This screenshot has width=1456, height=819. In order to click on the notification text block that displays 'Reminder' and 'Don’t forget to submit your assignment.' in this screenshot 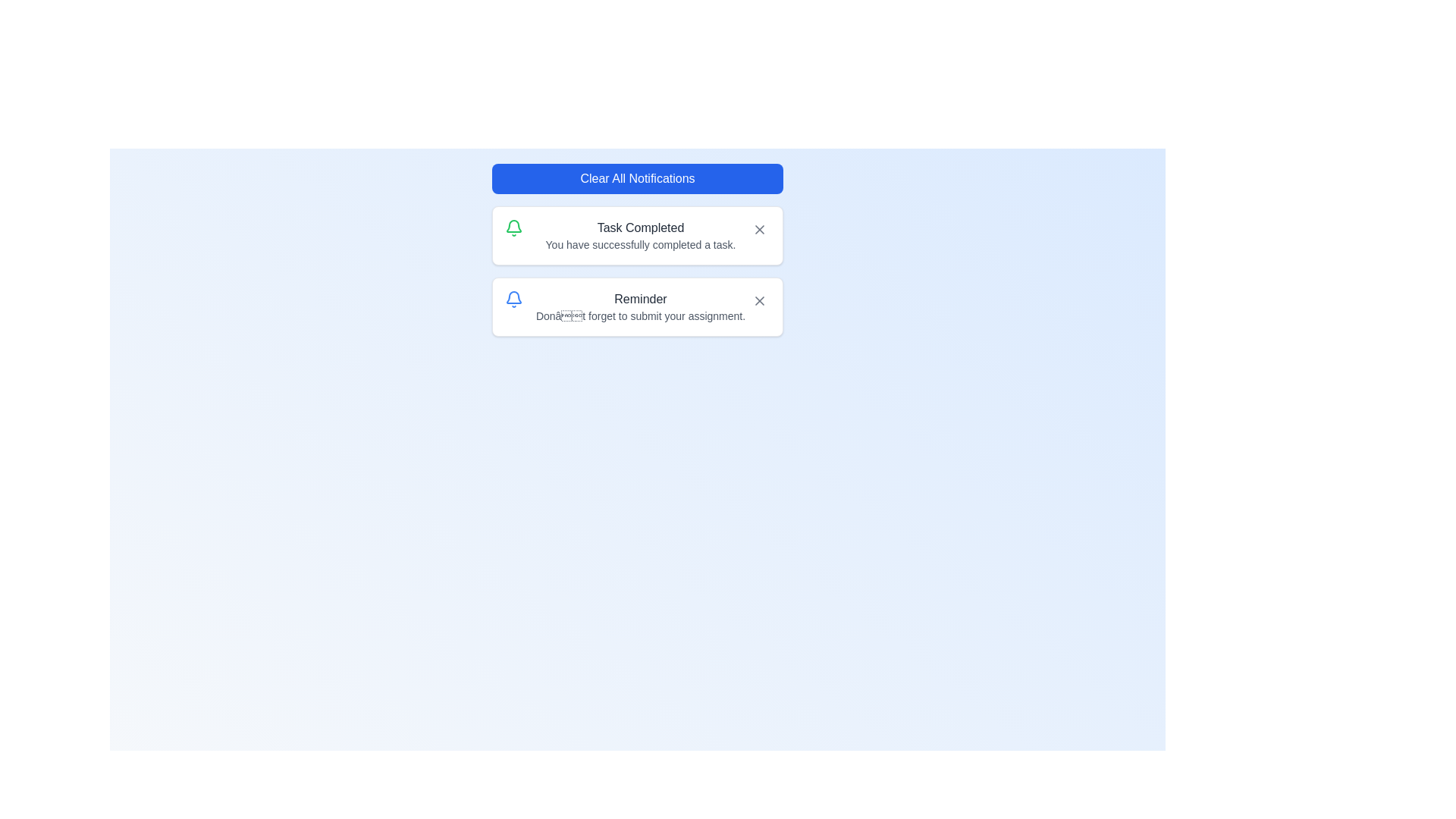, I will do `click(640, 307)`.